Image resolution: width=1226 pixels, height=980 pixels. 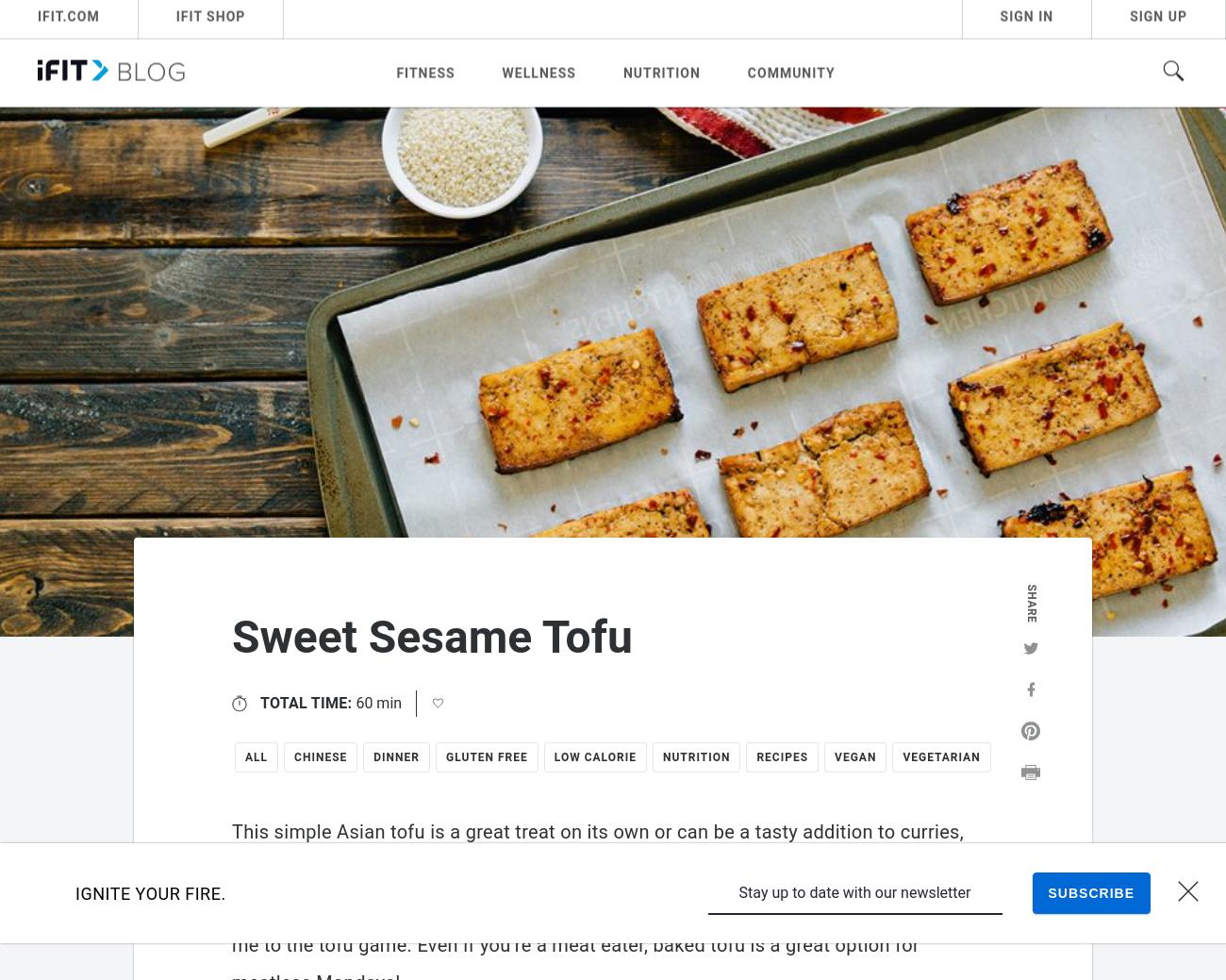 I want to click on 'Ignite your fire.', so click(x=75, y=892).